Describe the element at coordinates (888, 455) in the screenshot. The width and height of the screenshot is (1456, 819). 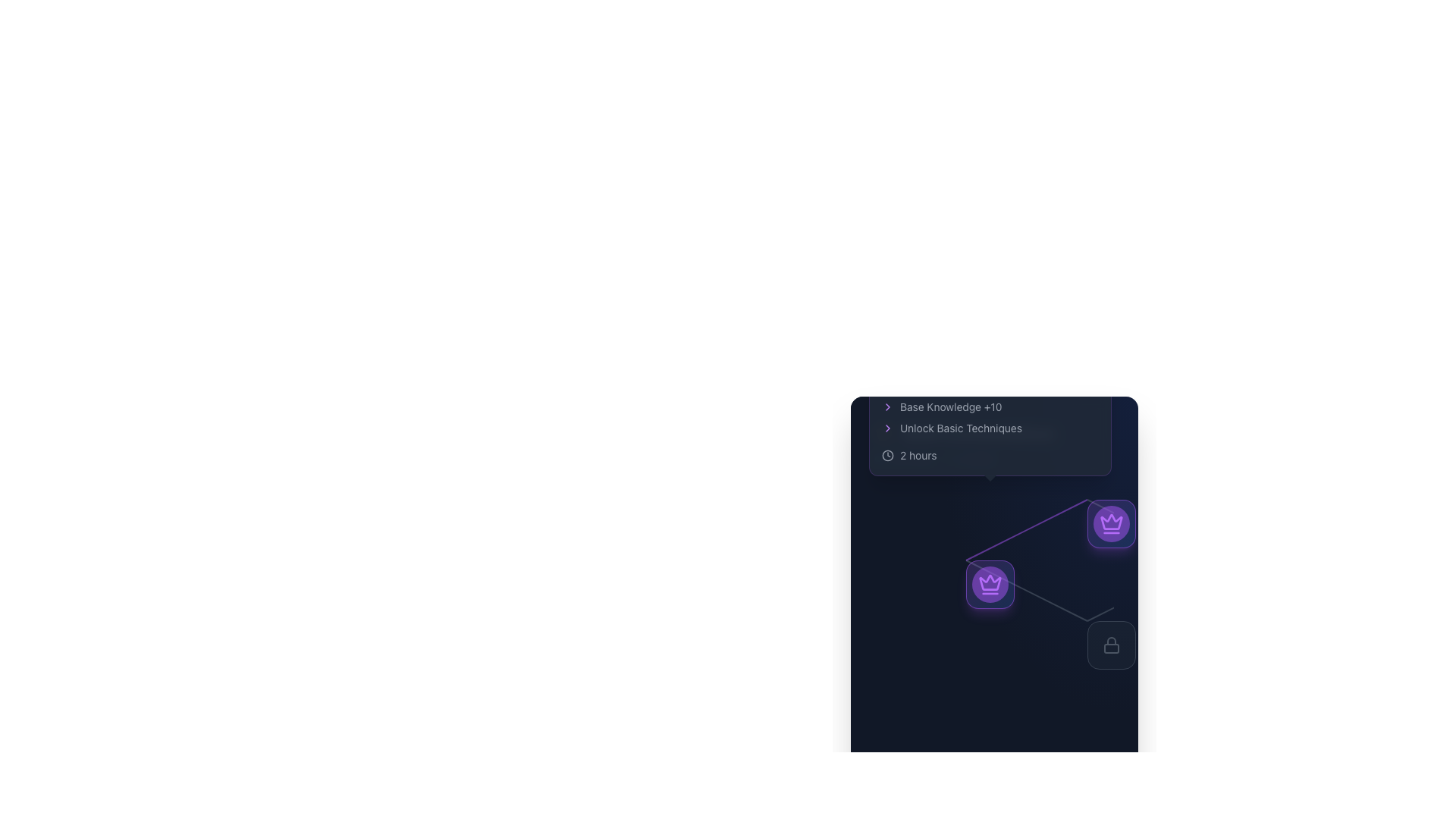
I see `the small clock icon with a circular outline and clock hands, located to the left of the text '2 hours'` at that location.